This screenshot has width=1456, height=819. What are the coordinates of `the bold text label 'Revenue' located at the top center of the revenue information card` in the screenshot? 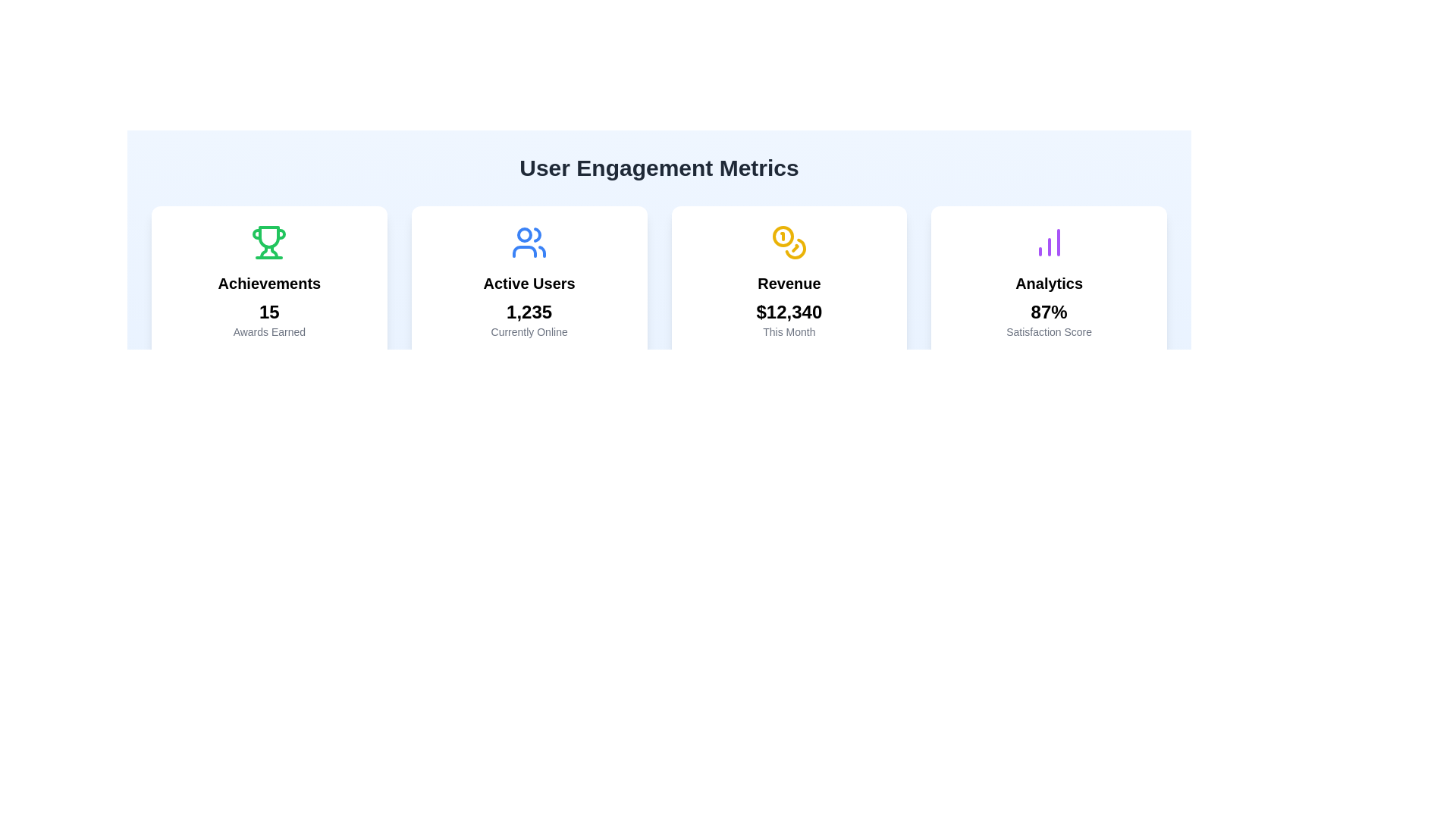 It's located at (789, 284).